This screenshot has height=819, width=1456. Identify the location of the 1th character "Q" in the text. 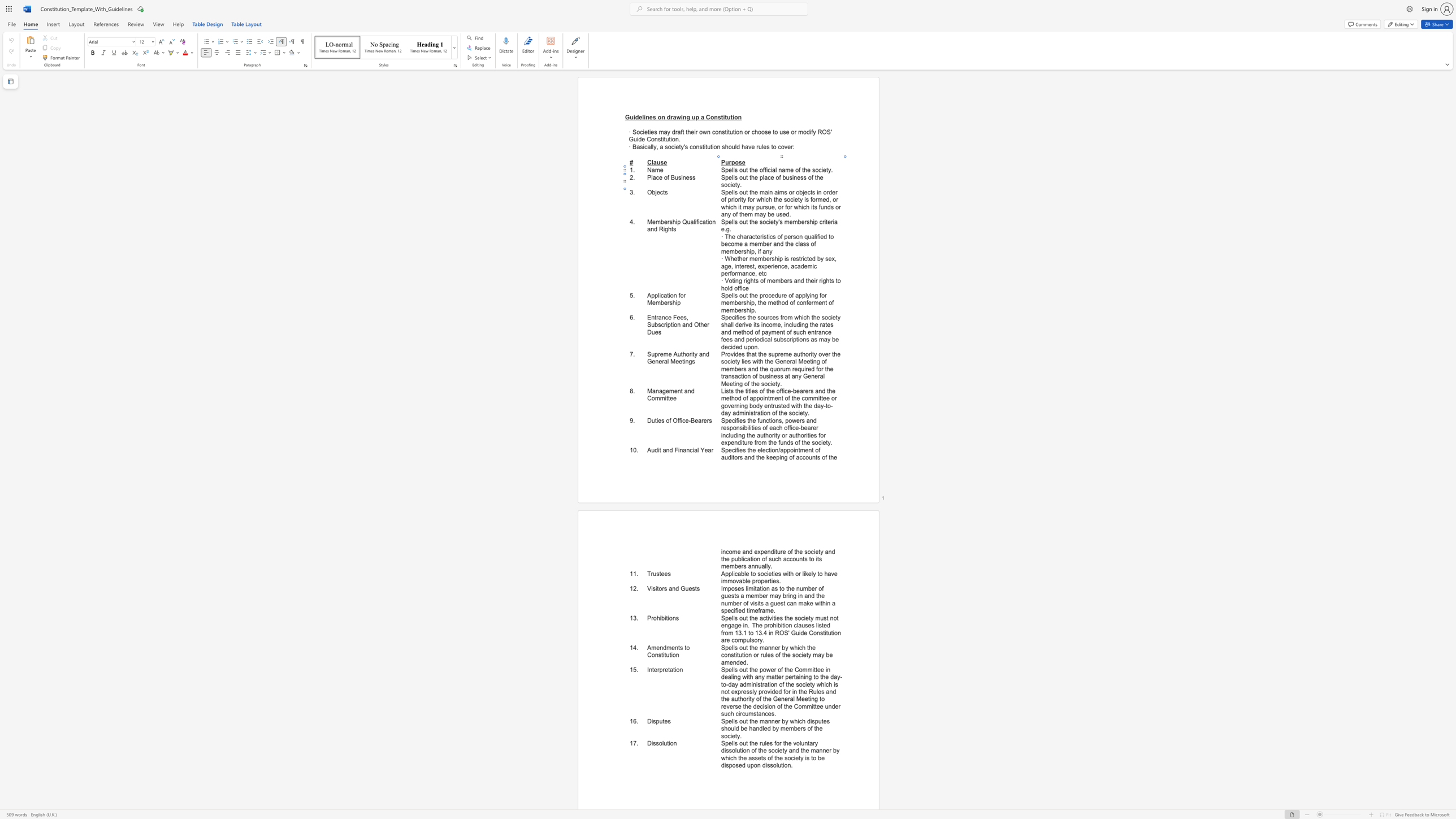
(684, 222).